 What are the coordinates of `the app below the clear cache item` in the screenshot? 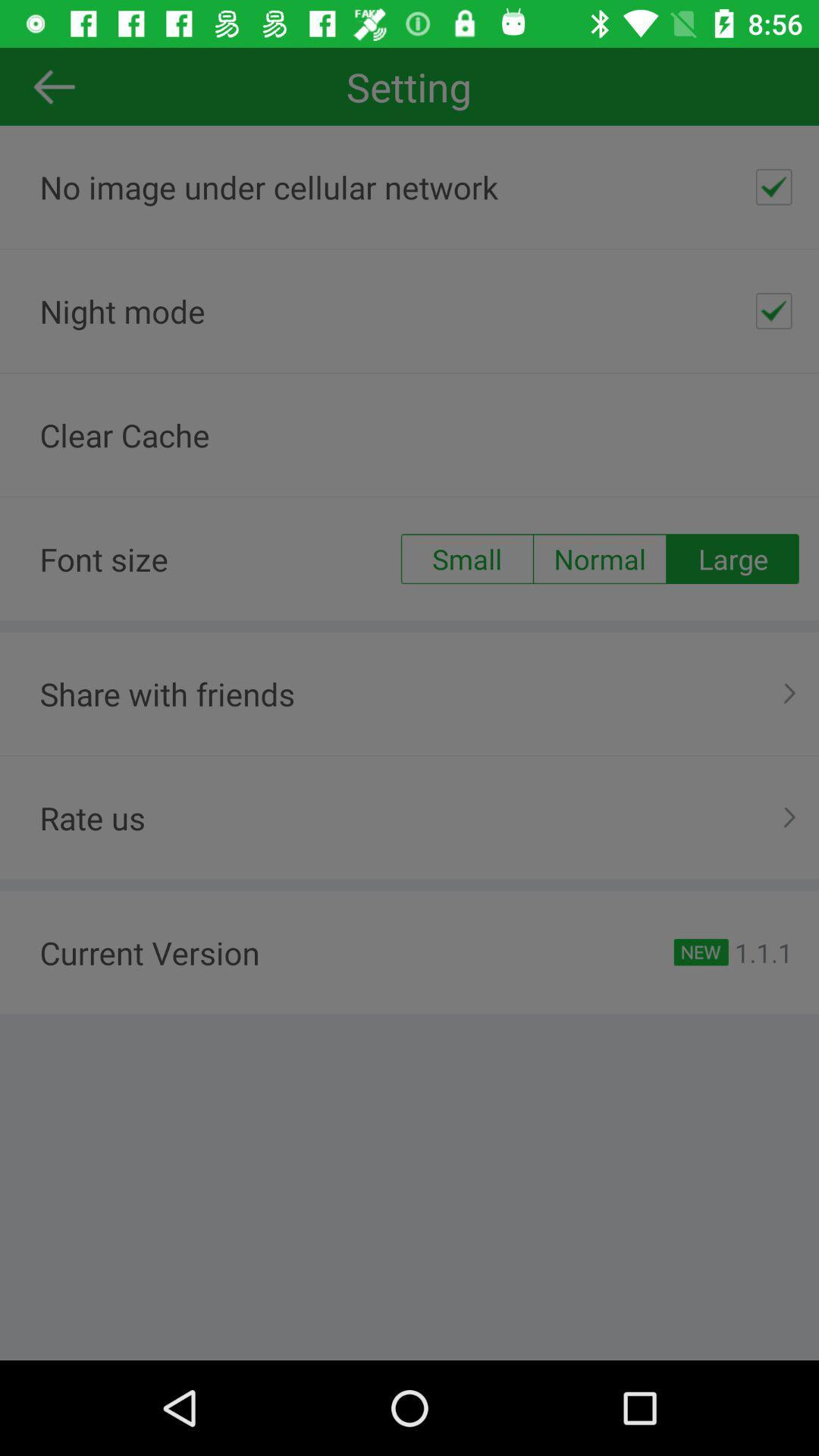 It's located at (599, 558).